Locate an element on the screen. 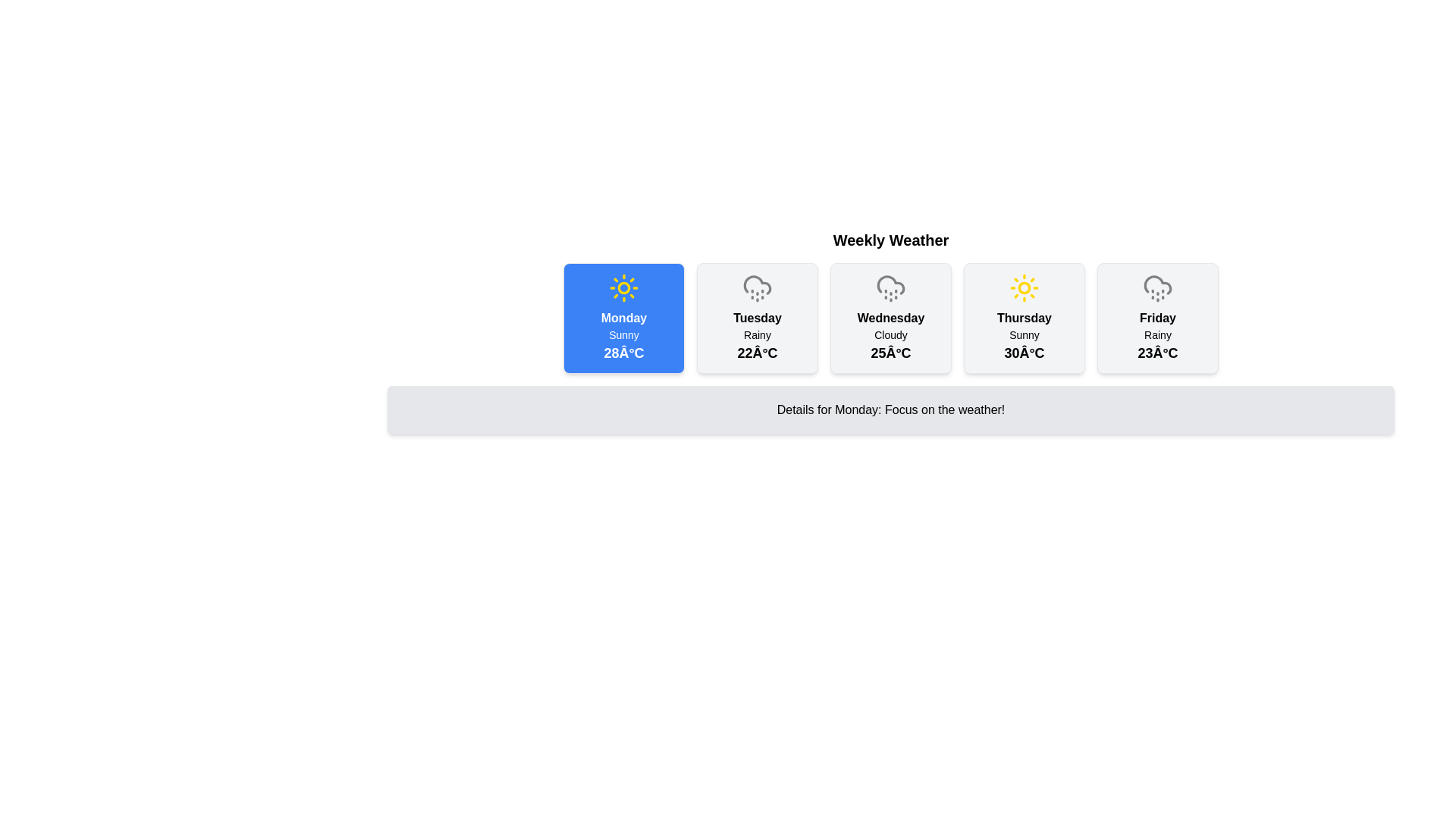 Image resolution: width=1456 pixels, height=819 pixels. the weather button for 'Tuesday', which shows 'Rainy' and '22°C' is located at coordinates (757, 318).